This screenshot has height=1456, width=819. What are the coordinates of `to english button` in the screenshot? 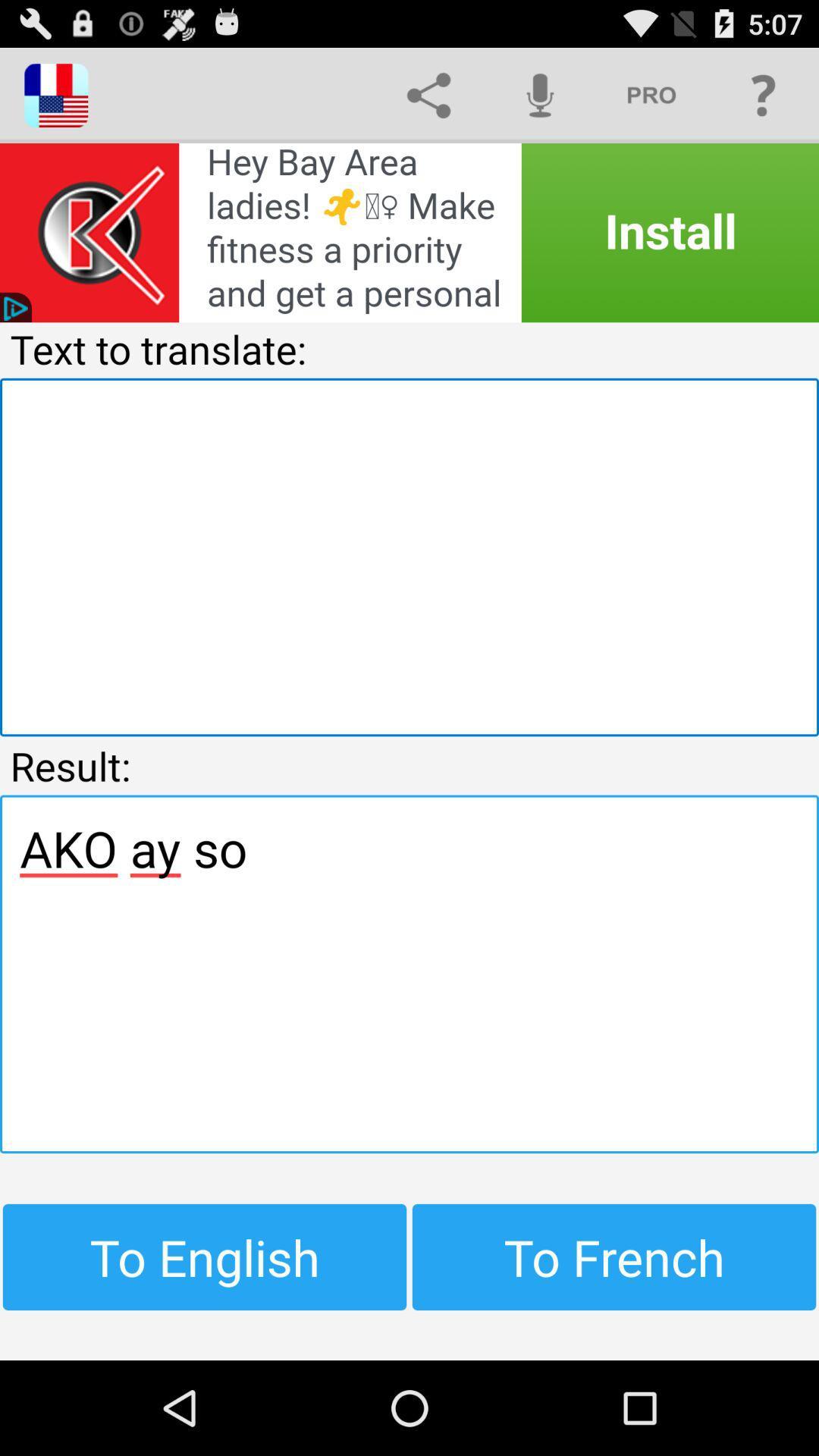 It's located at (205, 1257).